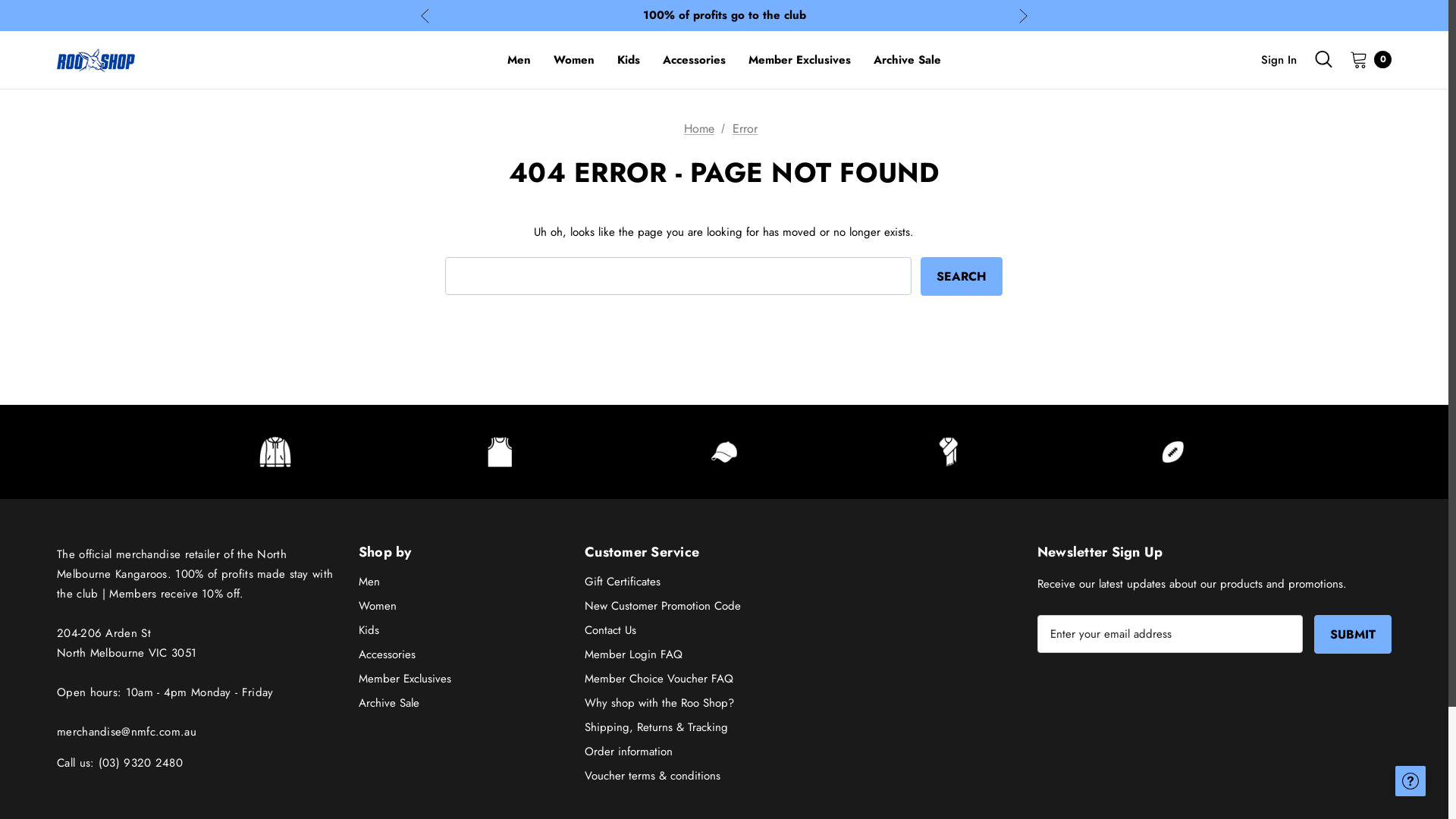  I want to click on 'Order information', so click(629, 752).